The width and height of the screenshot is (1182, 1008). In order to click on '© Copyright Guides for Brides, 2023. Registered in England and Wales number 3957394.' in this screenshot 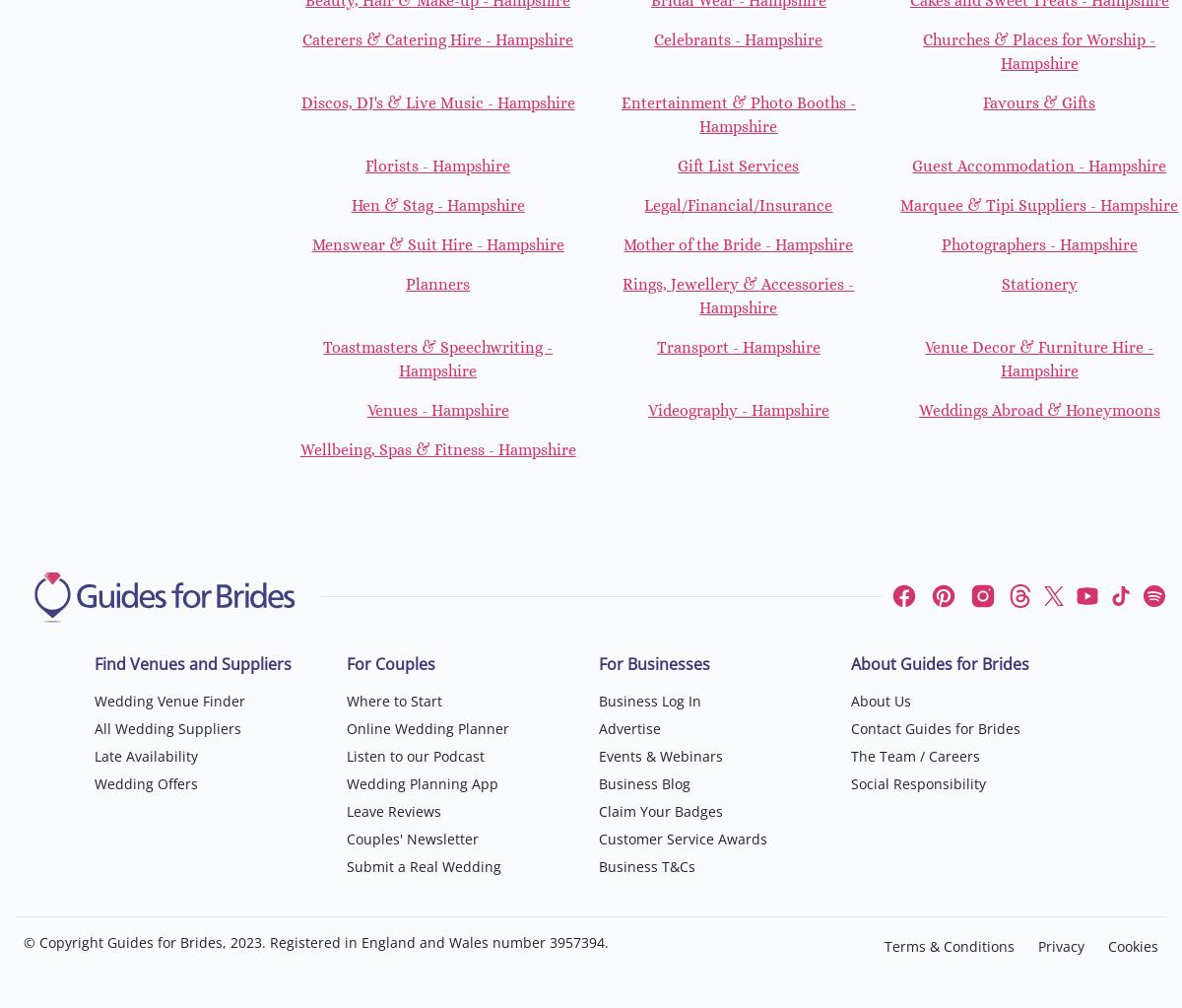, I will do `click(316, 941)`.